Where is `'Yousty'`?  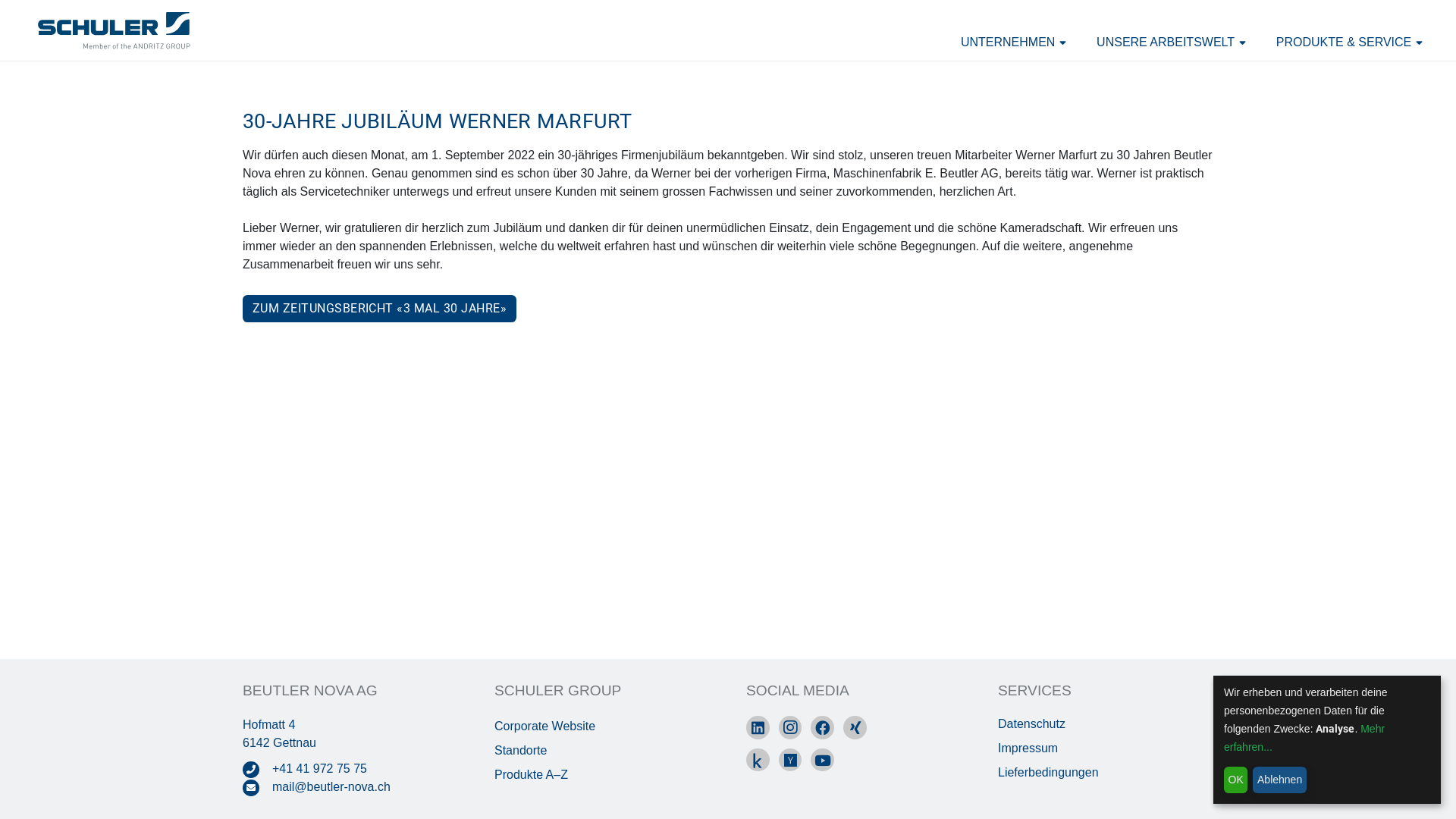 'Yousty' is located at coordinates (789, 760).